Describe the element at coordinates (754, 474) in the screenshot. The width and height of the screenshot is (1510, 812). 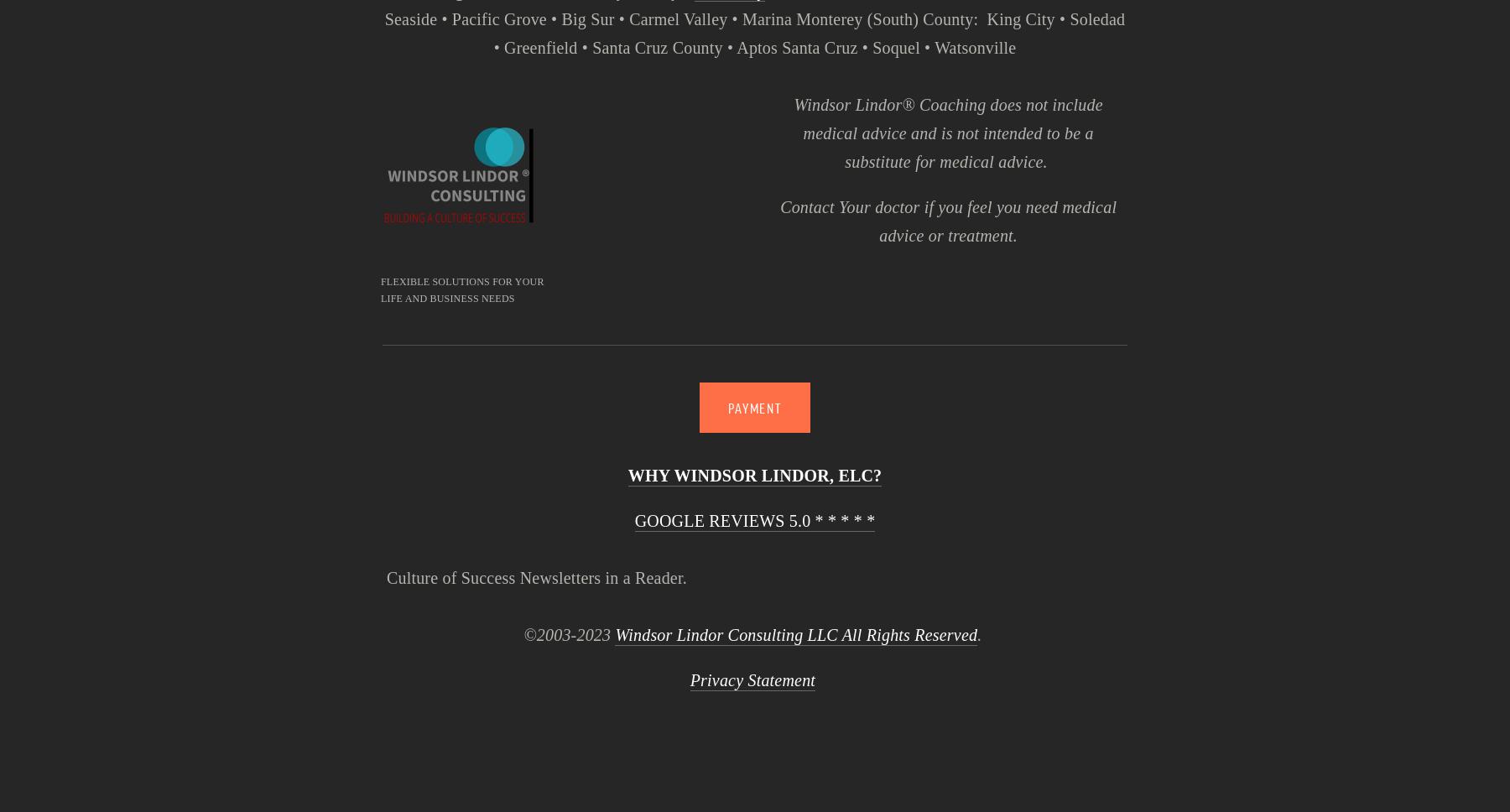
I see `'WHY WINDSOR LINDOR, ELC?'` at that location.